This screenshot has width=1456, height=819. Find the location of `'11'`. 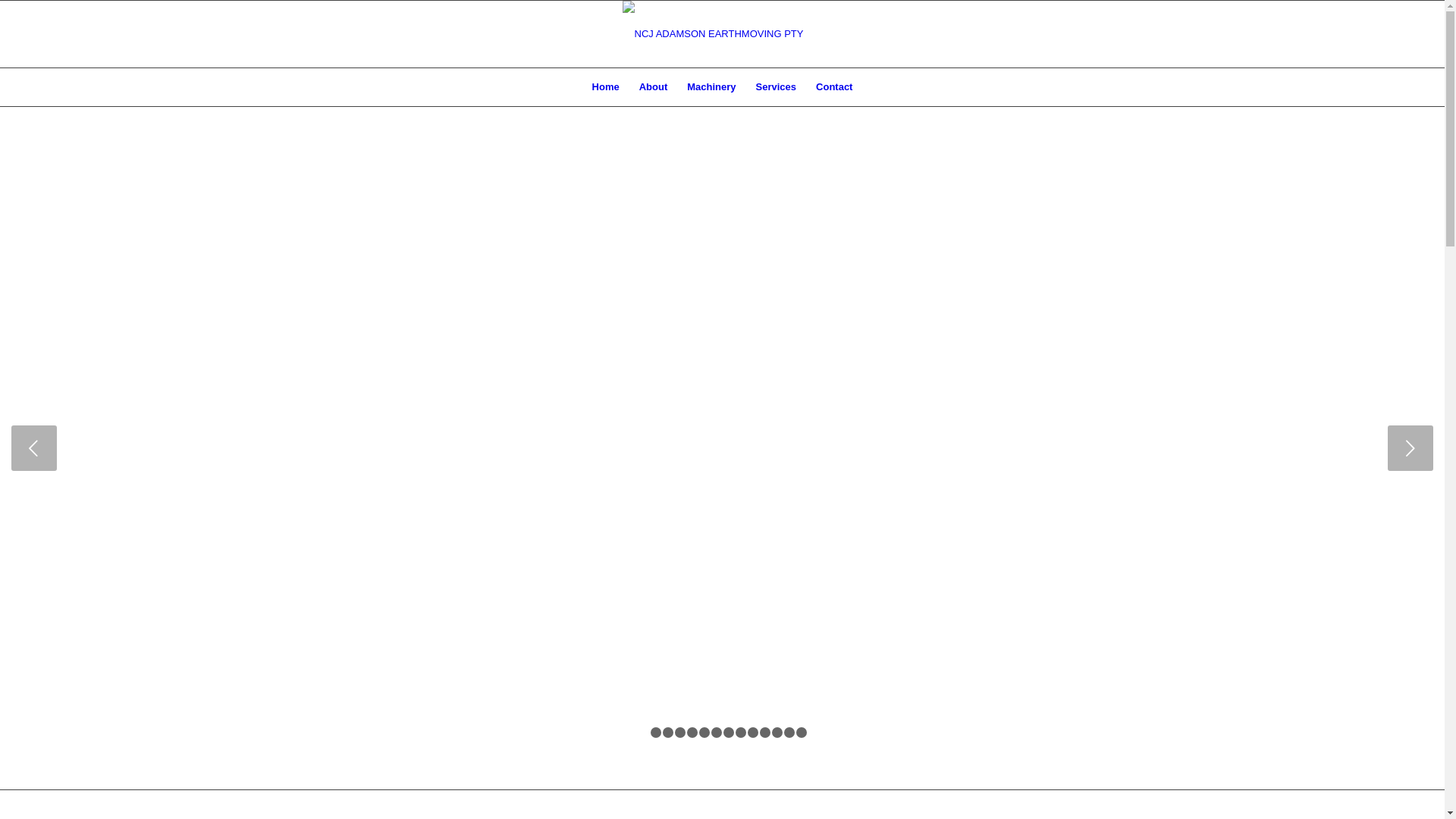

'11' is located at coordinates (764, 731).